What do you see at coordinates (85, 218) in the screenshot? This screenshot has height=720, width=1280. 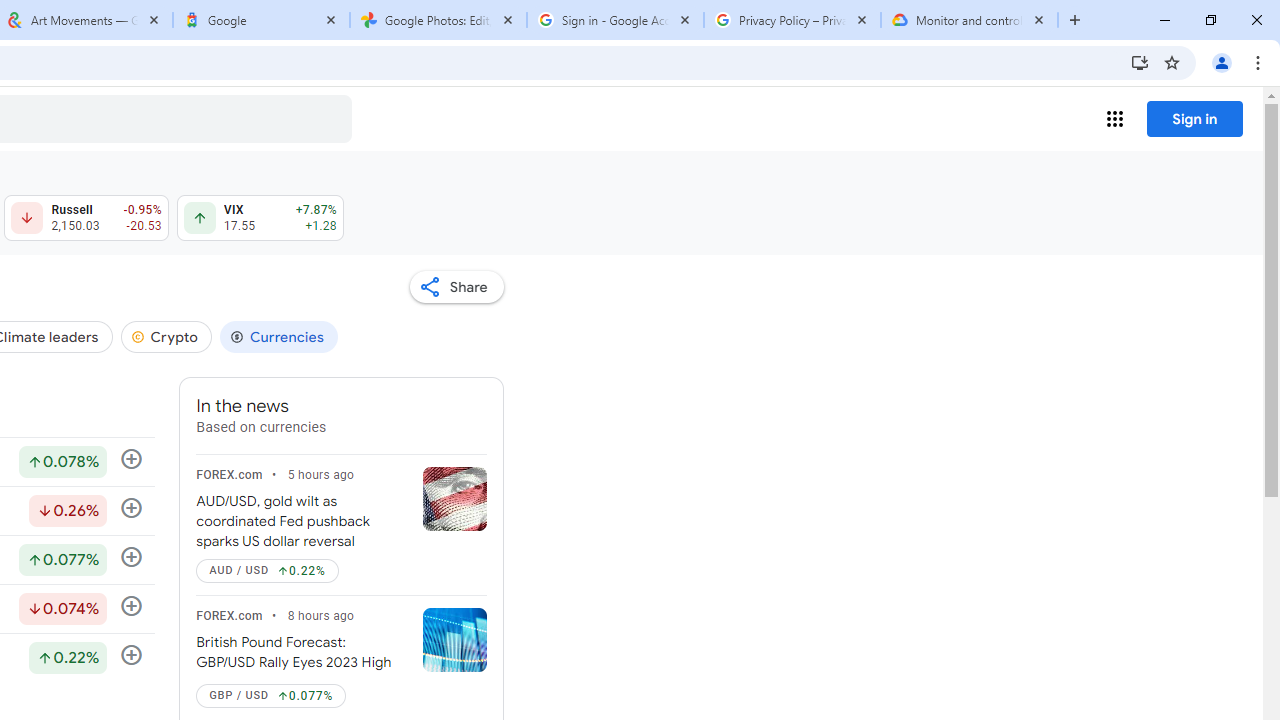 I see `'Russell 2,150.03 Down by 0.95% -20.53'` at bounding box center [85, 218].